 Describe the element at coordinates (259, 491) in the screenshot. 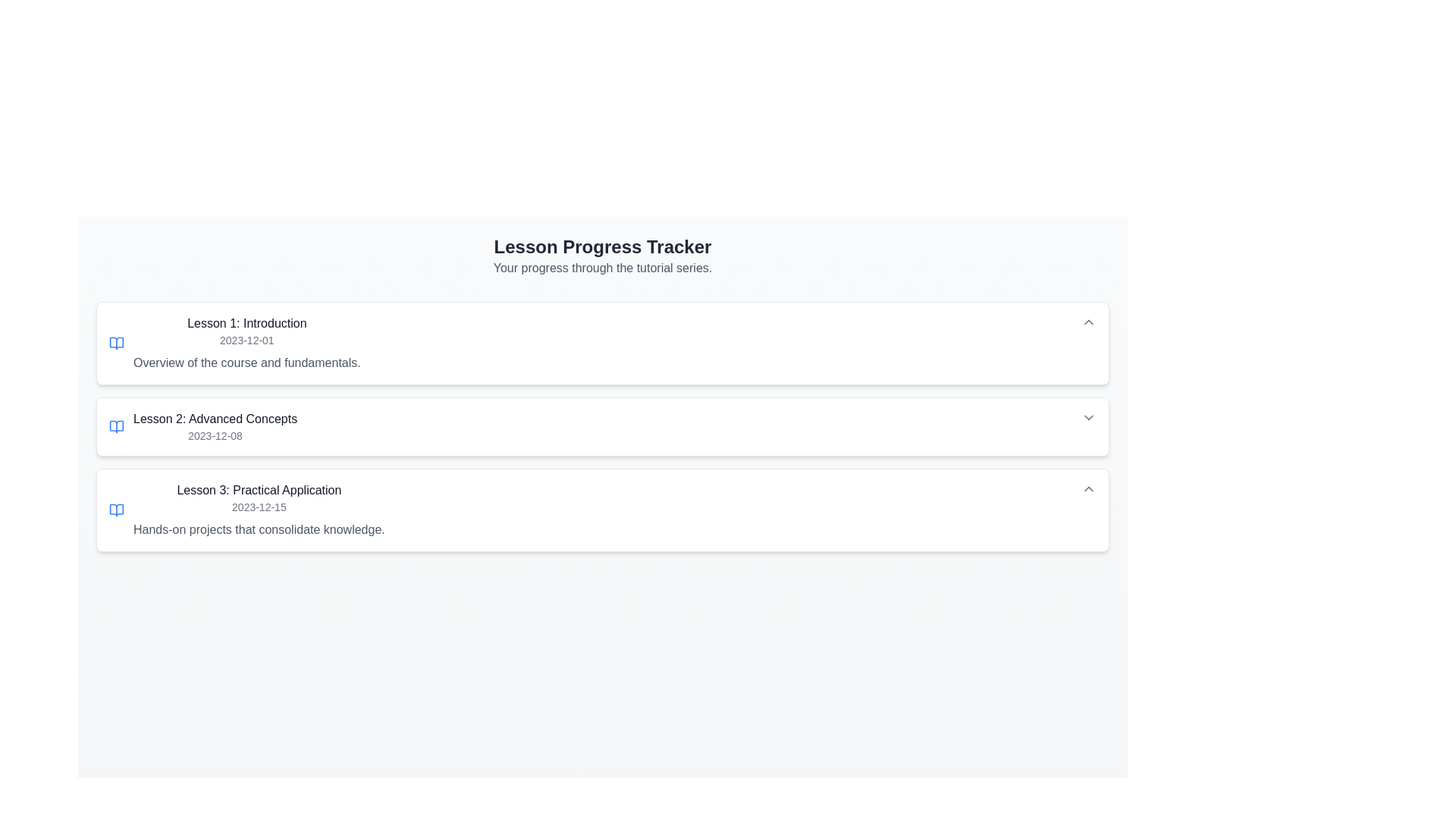

I see `the header text for the third lesson entry, which summarizes the specific topic or title of the lesson, enhancing navigation for users` at that location.